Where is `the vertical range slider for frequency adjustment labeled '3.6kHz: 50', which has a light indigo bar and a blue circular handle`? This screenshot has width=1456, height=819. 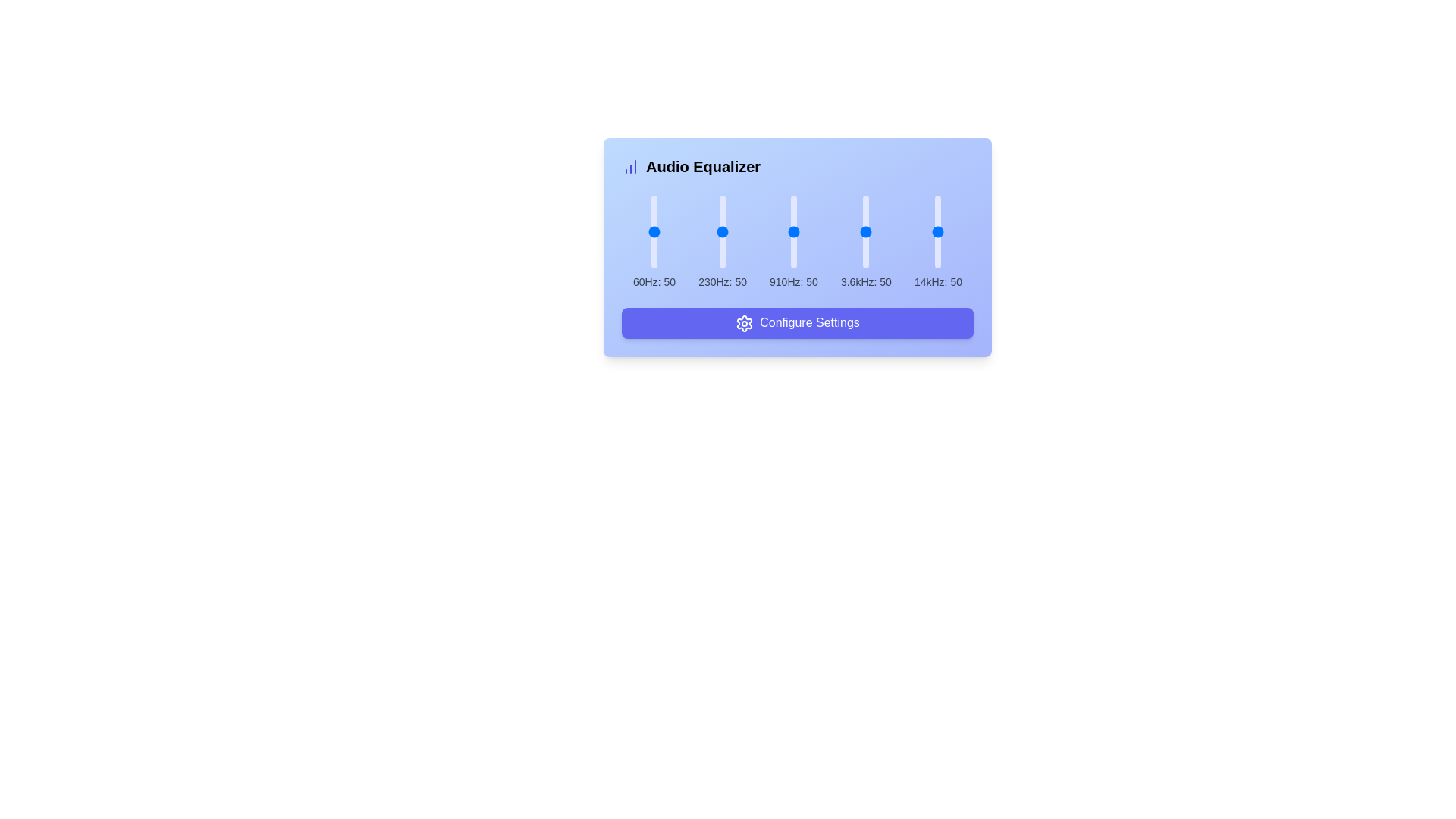 the vertical range slider for frequency adjustment labeled '3.6kHz: 50', which has a light indigo bar and a blue circular handle is located at coordinates (866, 231).